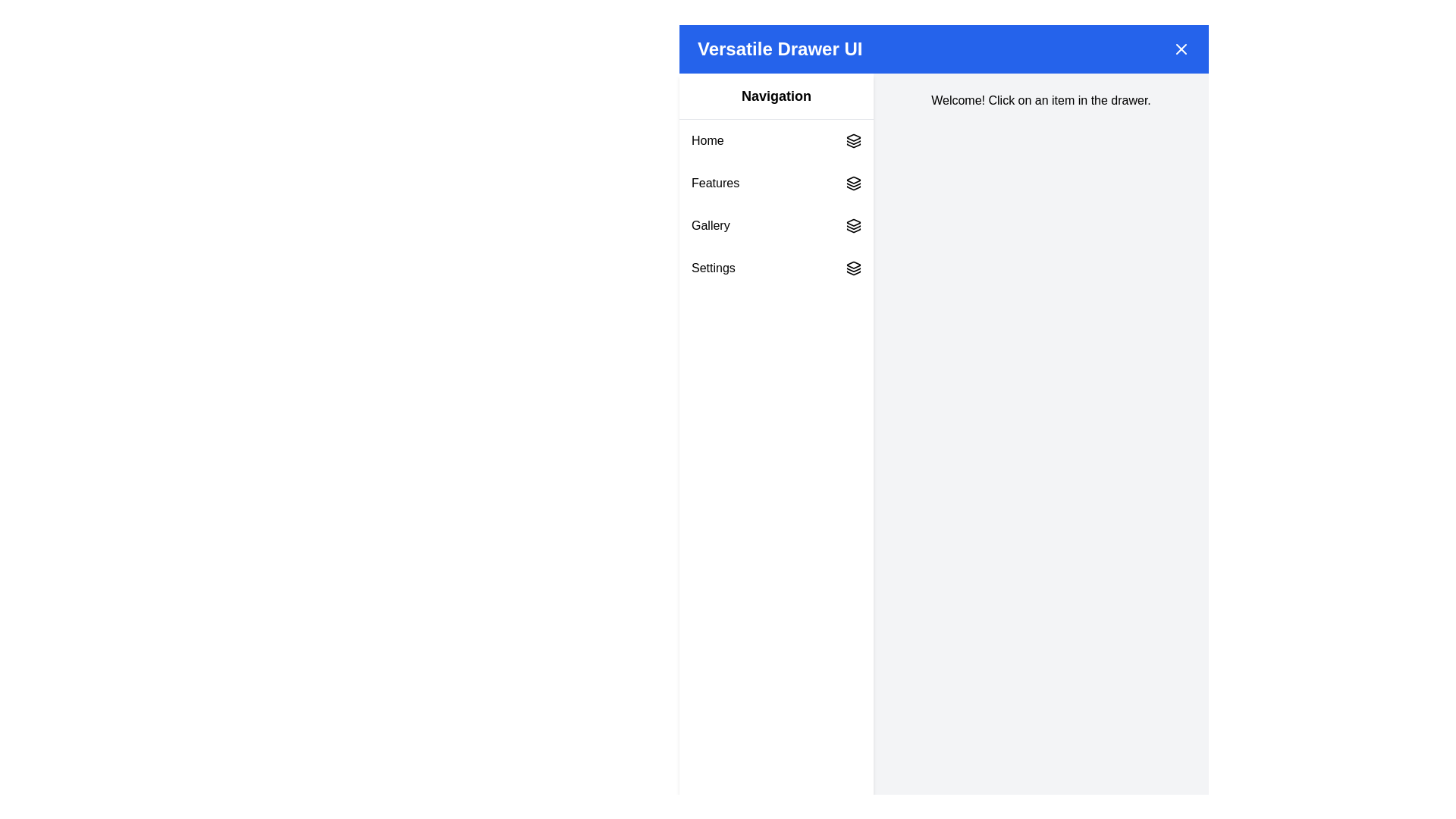 This screenshot has height=819, width=1456. What do you see at coordinates (854, 264) in the screenshot?
I see `the first triangular subcomponent icon located in the navigation bar next to the 'Settings' label` at bounding box center [854, 264].